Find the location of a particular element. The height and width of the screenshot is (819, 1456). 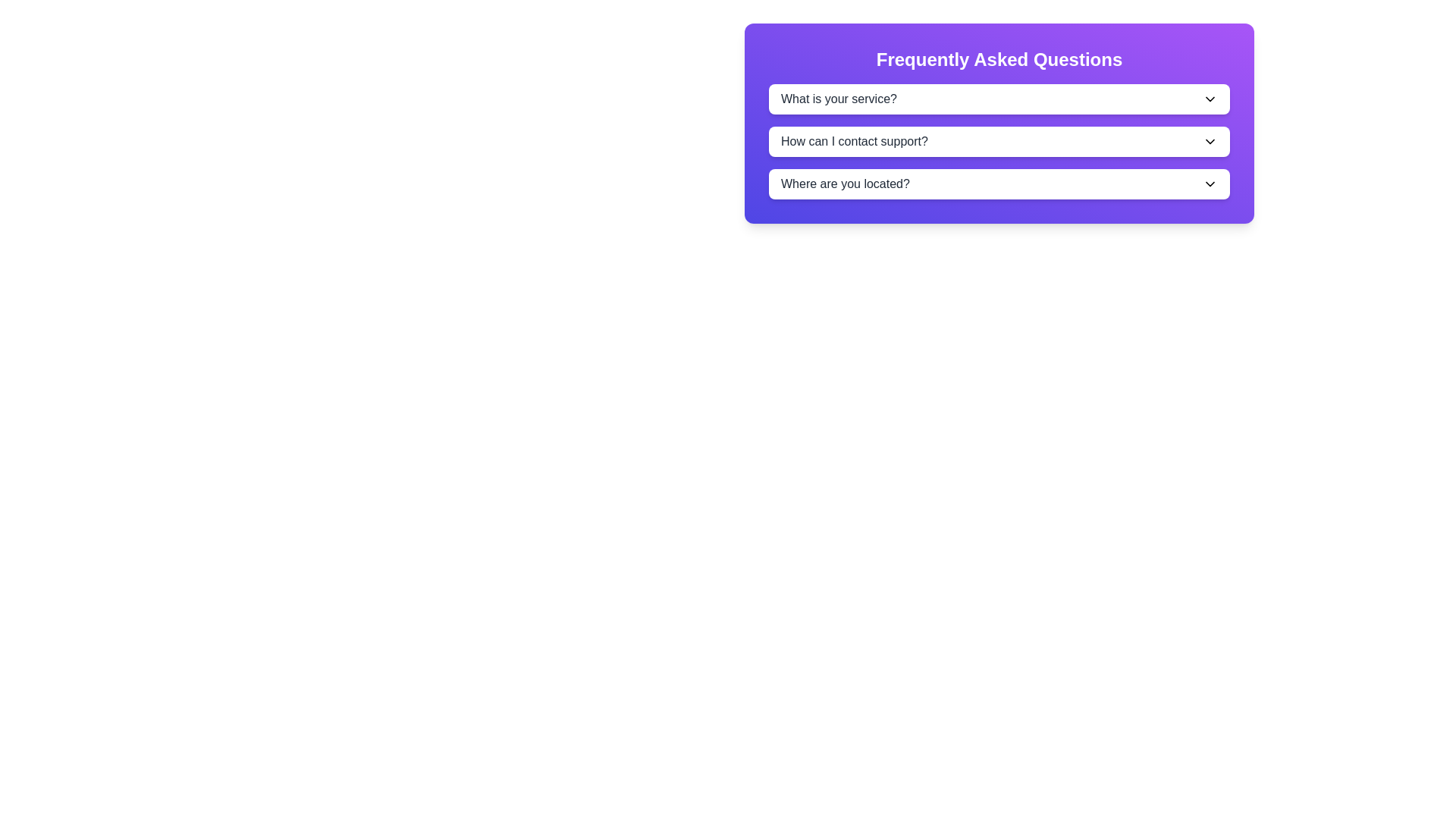

the large, bold-text heading that says 'Frequently Asked Questions', which is centered within a purple gradient background is located at coordinates (999, 58).